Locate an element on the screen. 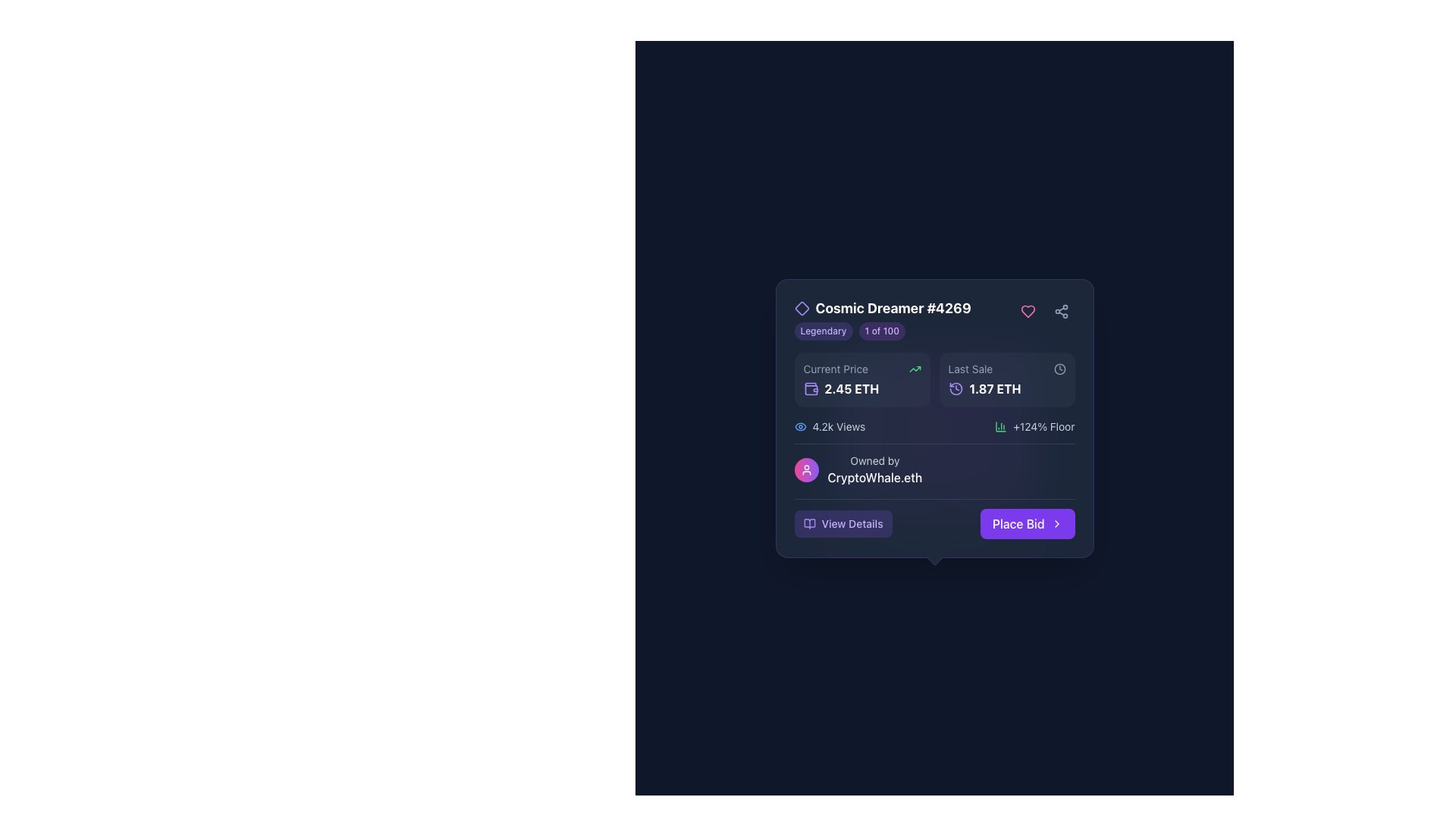 Image resolution: width=1456 pixels, height=819 pixels. the information displayed in the 'Last Sale' section, specifically the Label showing '1.87 ETH' with a clock icon to its left is located at coordinates (1007, 388).